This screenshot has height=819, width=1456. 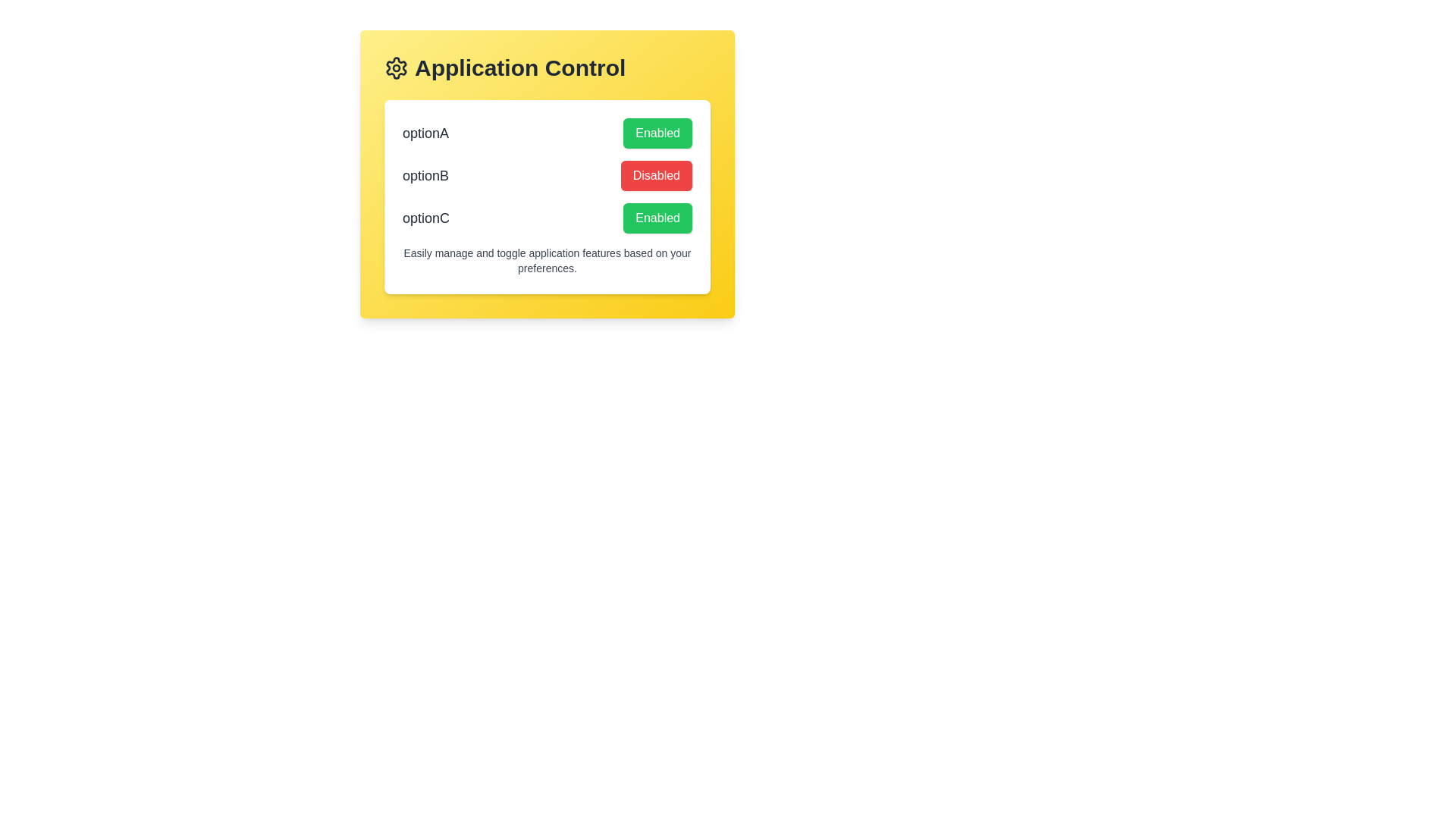 What do you see at coordinates (657, 218) in the screenshot?
I see `the 'Enabled' button with a green background located at the far right of the 'optionC' row` at bounding box center [657, 218].